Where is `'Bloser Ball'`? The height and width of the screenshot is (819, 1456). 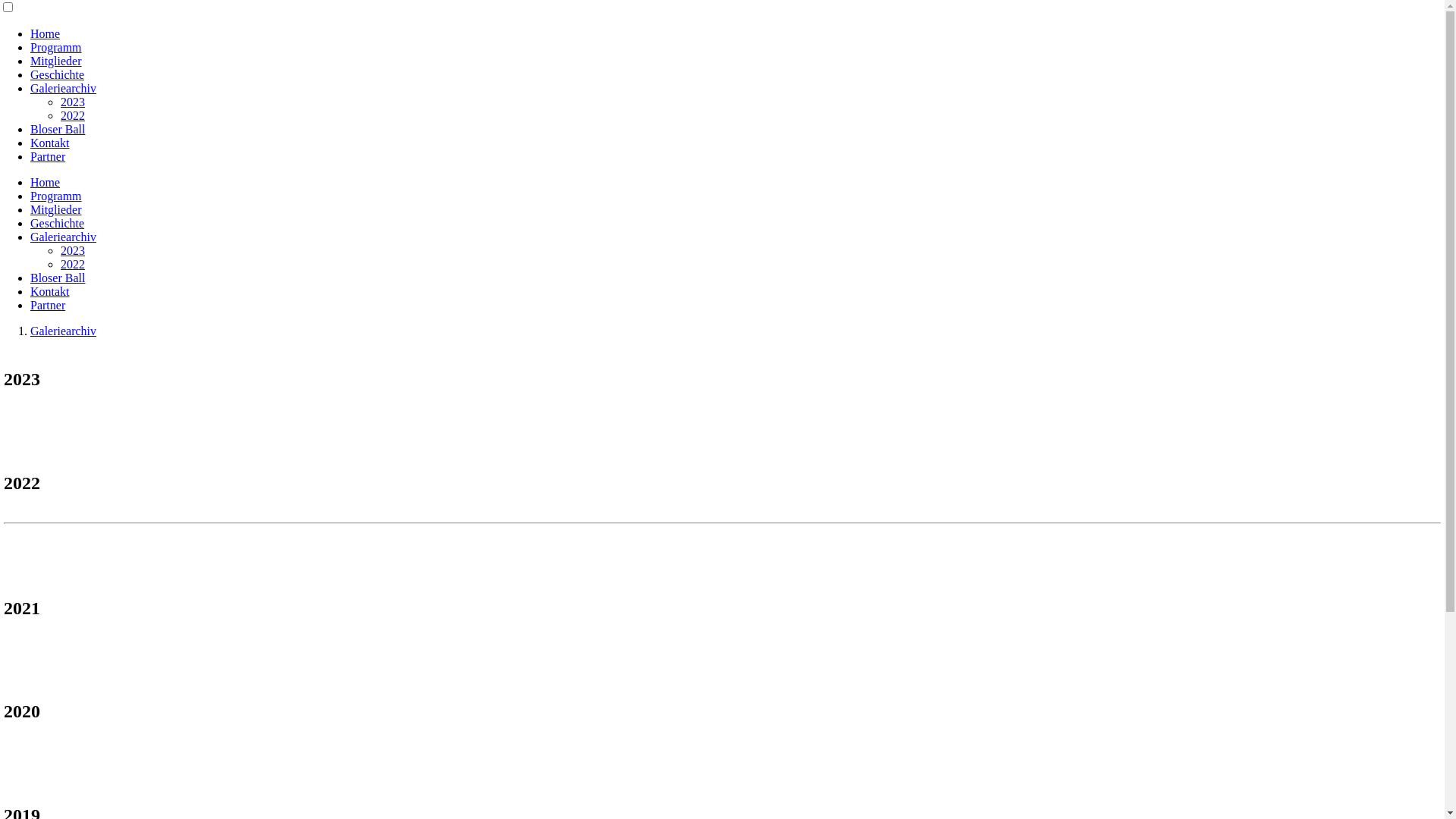 'Bloser Ball' is located at coordinates (58, 128).